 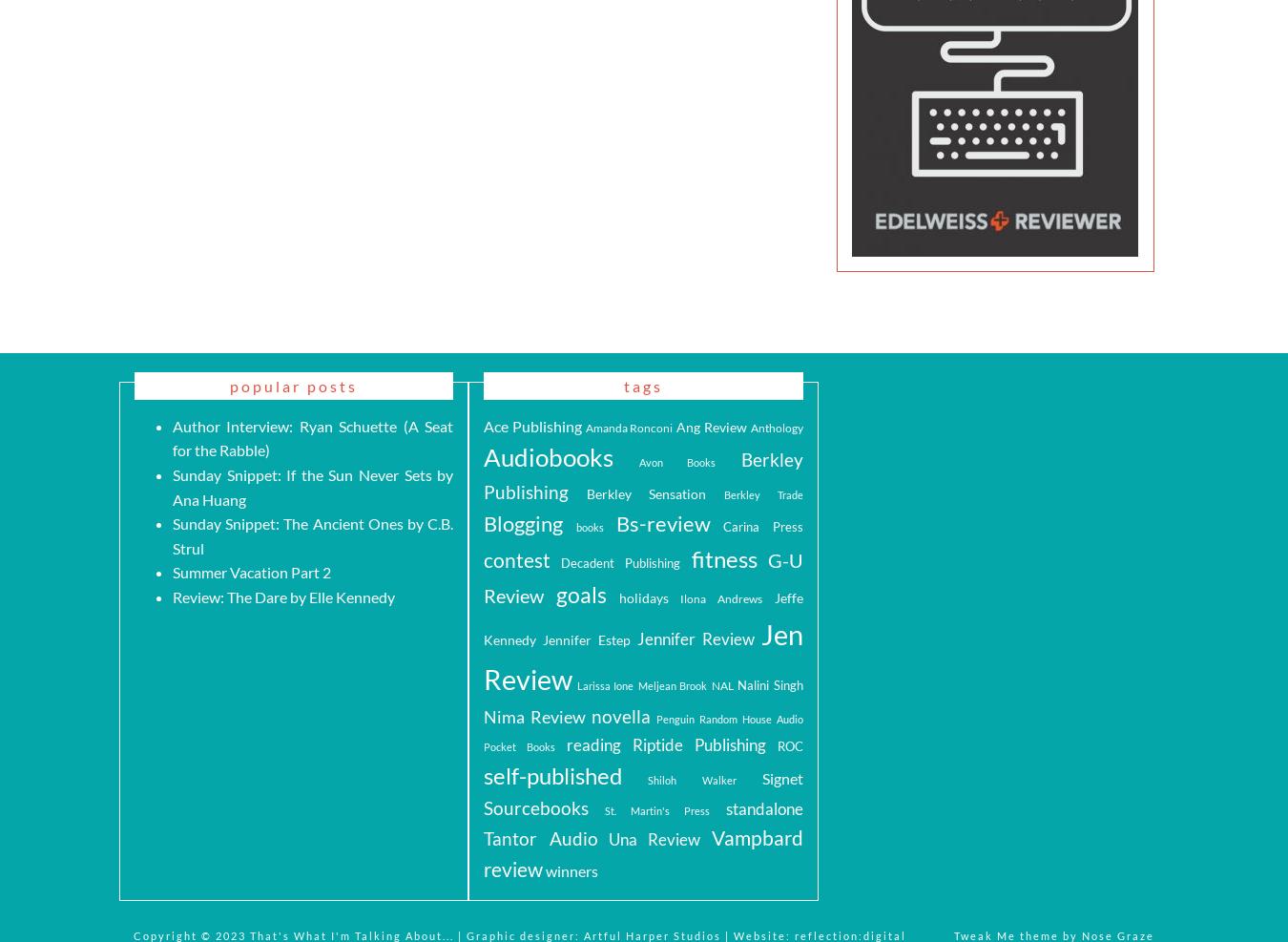 I want to click on 'Amanda Ronconi', so click(x=585, y=426).